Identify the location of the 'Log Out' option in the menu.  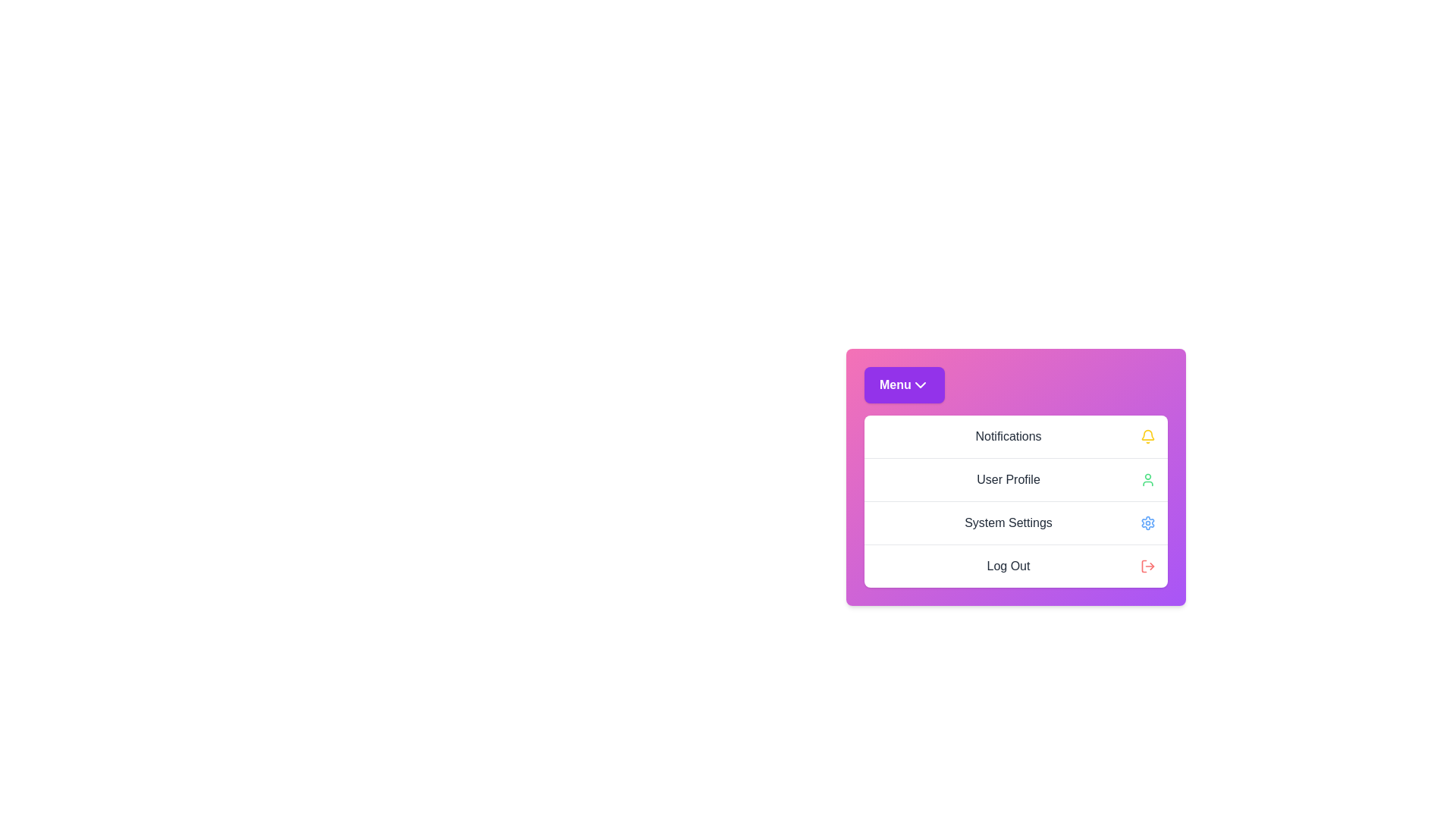
(1015, 566).